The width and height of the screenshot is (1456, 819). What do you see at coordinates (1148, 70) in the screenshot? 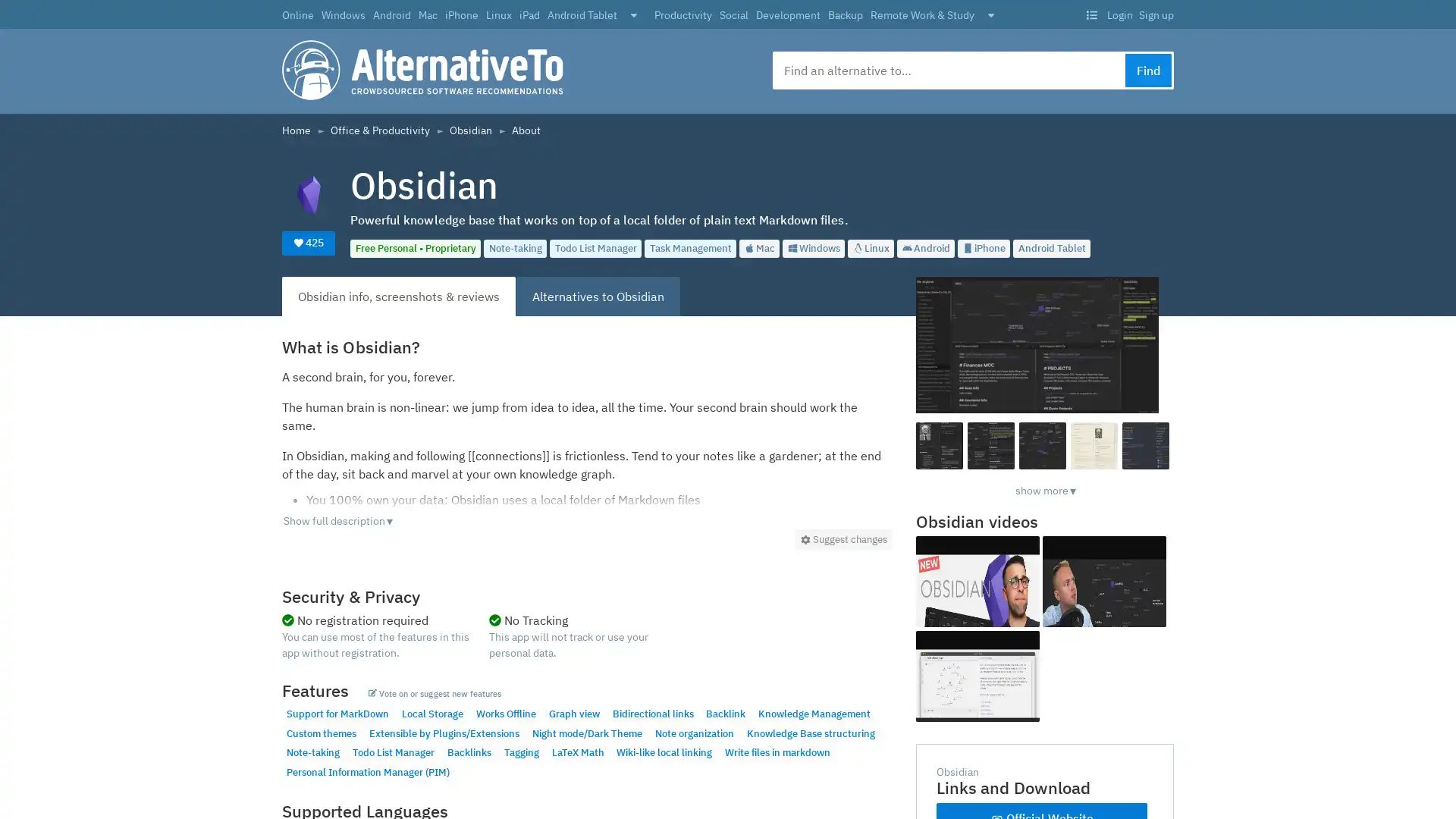
I see `Find` at bounding box center [1148, 70].